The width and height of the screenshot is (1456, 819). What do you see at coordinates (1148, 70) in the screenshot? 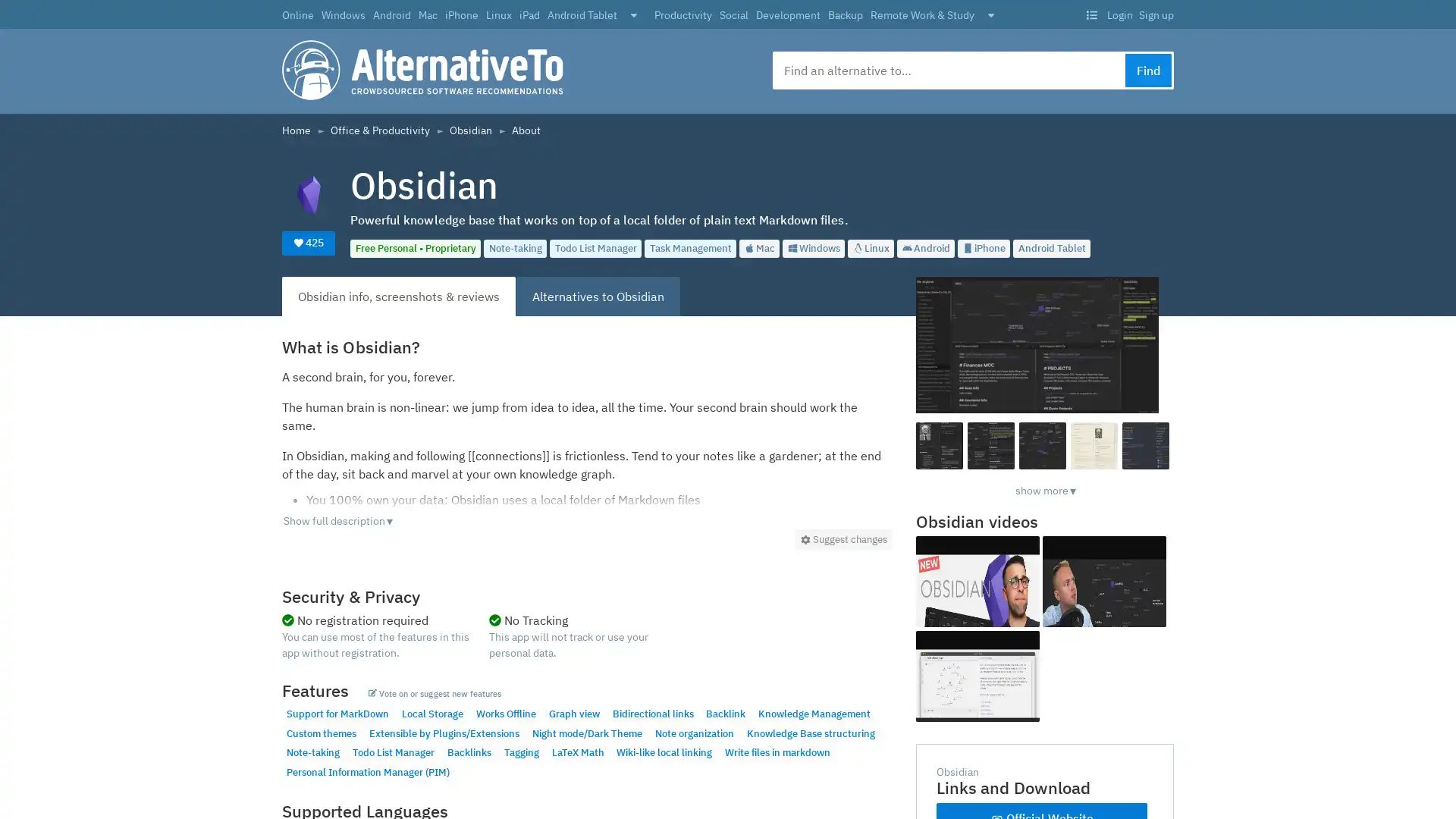
I see `Find` at bounding box center [1148, 70].